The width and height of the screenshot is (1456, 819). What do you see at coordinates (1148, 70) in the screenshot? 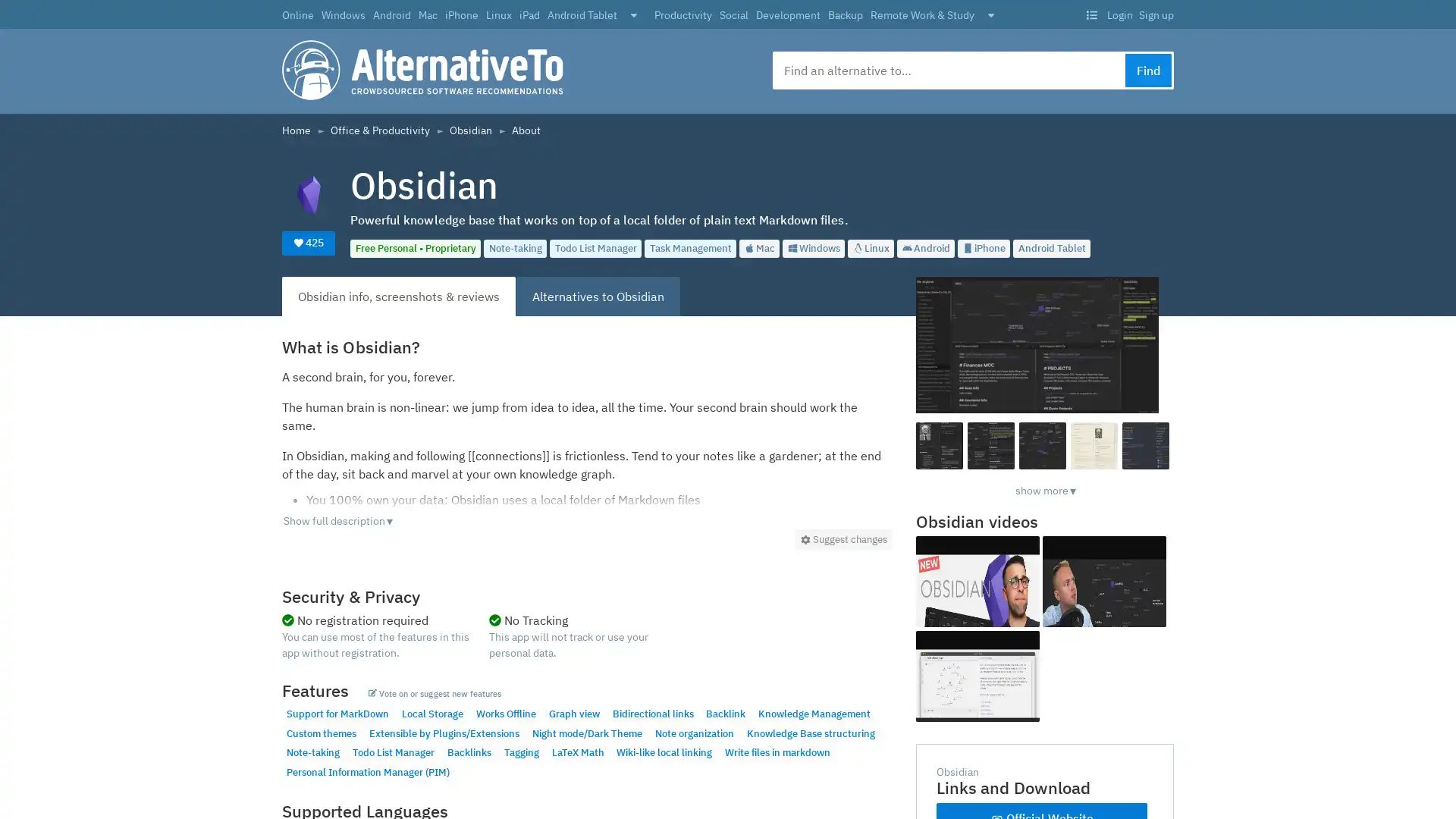
I see `Find` at bounding box center [1148, 70].